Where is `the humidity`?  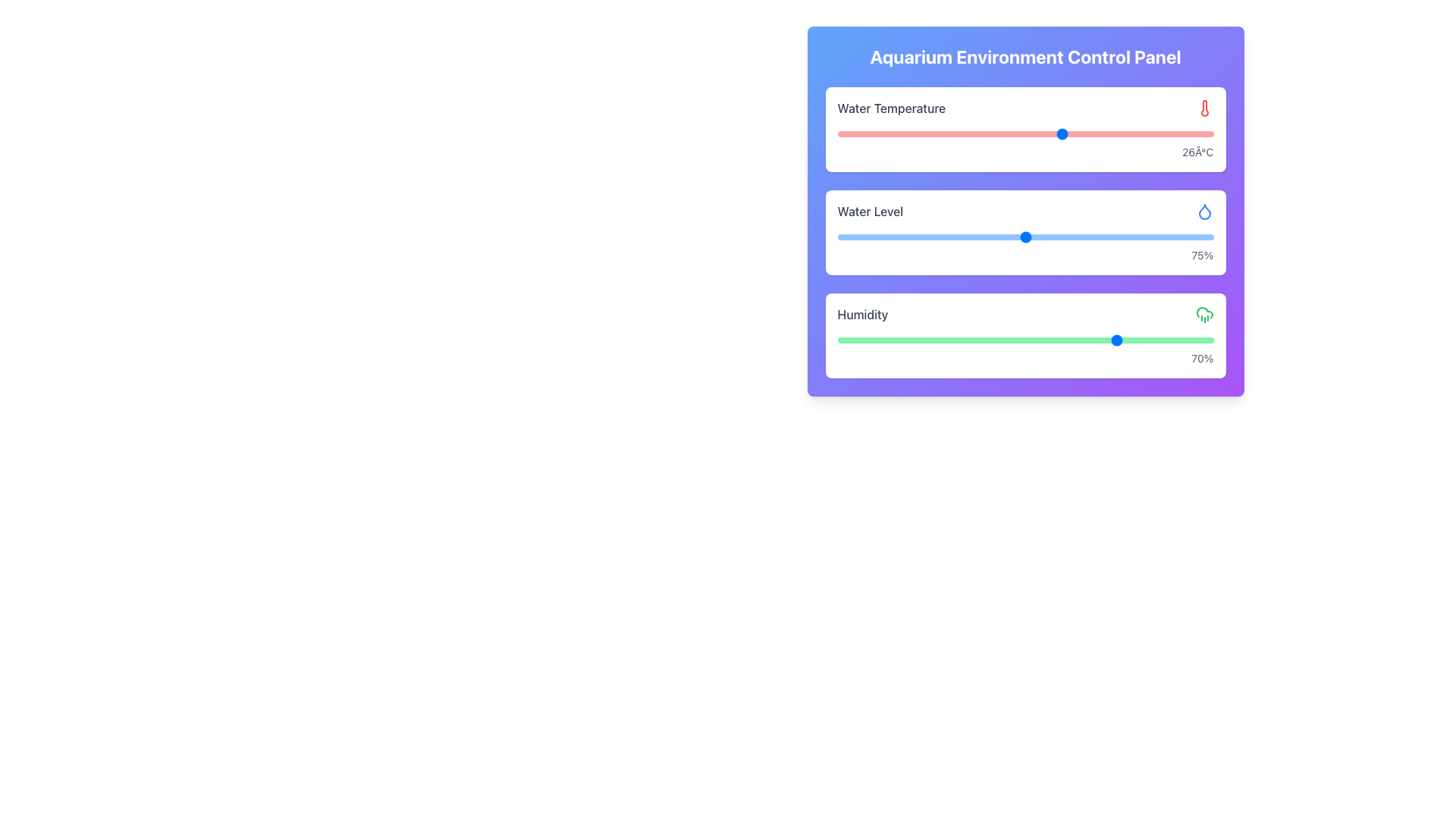
the humidity is located at coordinates (1090, 339).